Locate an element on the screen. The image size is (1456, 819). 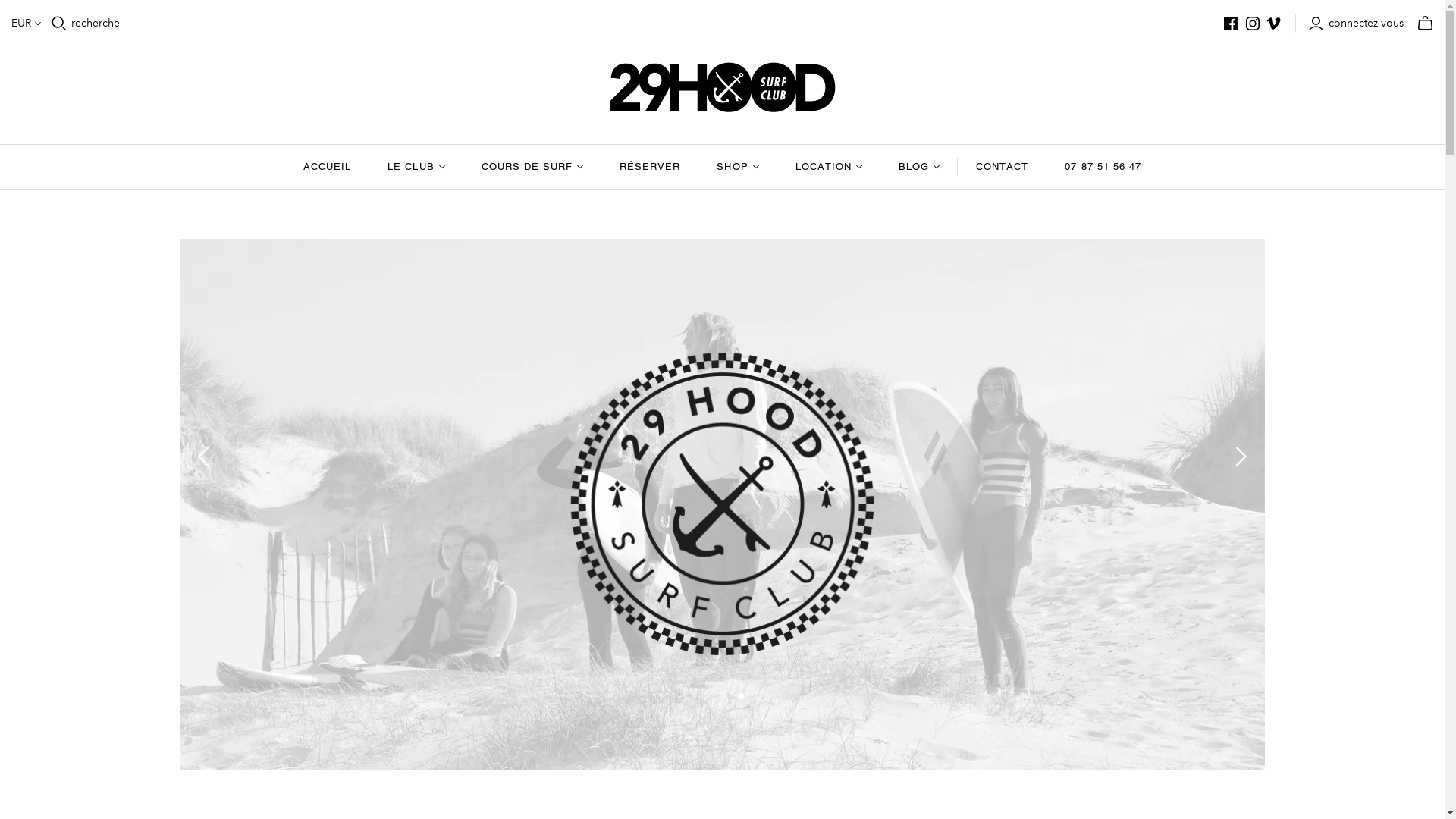
'SHOP' is located at coordinates (737, 166).